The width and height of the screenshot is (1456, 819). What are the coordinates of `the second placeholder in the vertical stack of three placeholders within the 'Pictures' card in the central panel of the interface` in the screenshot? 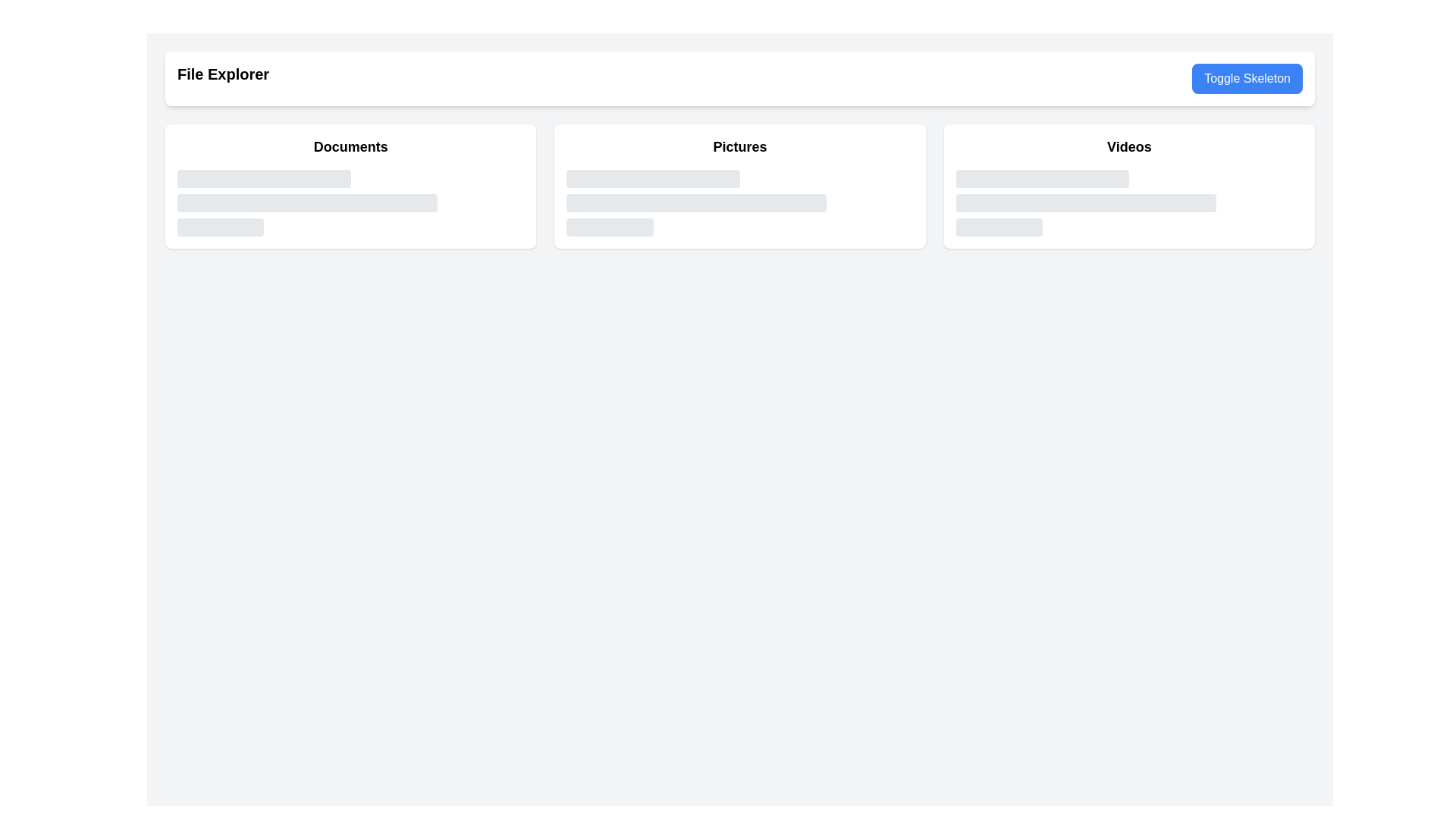 It's located at (739, 202).